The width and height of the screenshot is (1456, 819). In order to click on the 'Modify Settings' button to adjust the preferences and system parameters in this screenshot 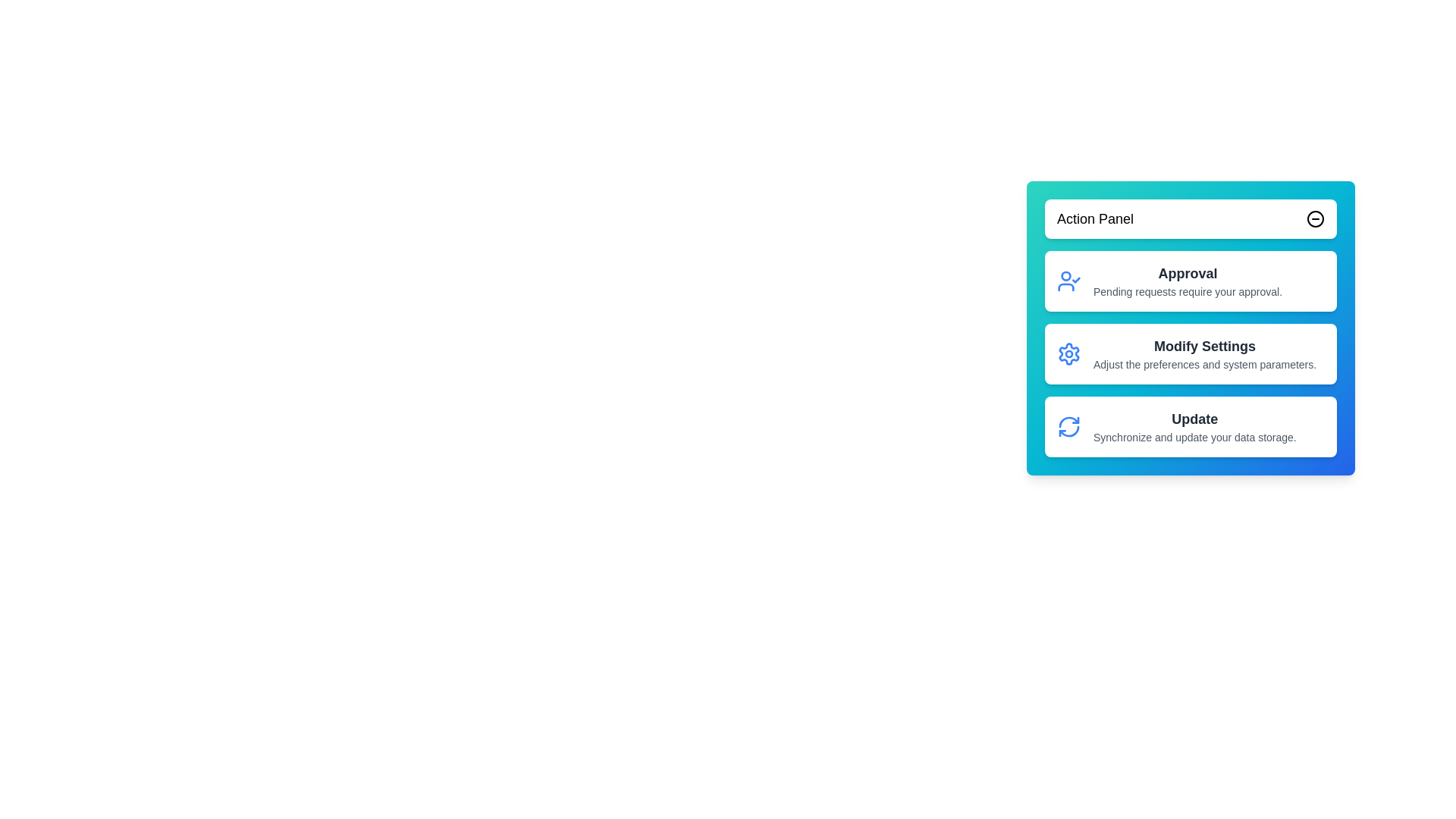, I will do `click(1190, 353)`.